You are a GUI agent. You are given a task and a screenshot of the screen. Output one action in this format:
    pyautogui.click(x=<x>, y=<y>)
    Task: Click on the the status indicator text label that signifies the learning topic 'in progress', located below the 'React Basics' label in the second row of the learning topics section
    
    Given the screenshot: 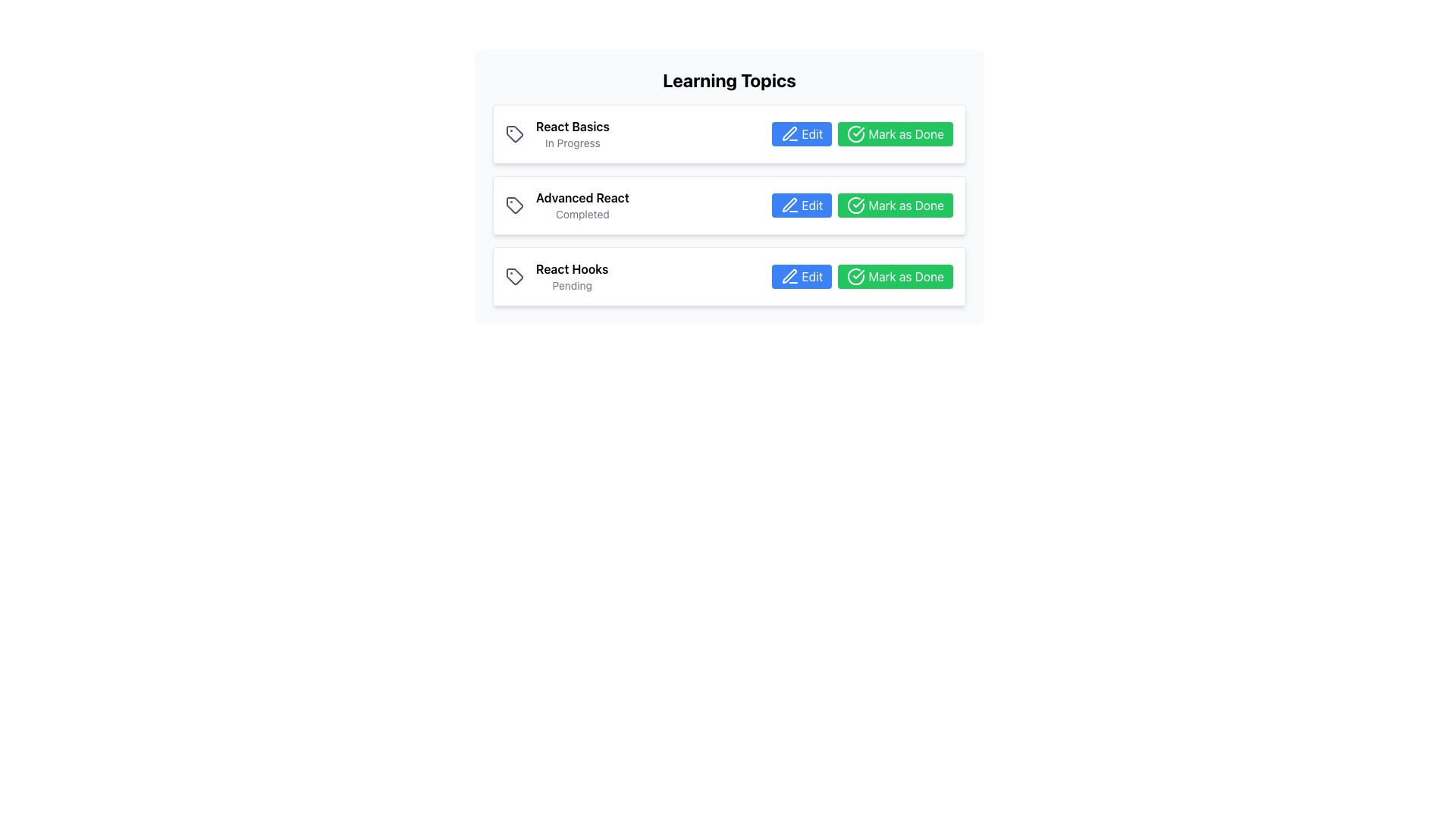 What is the action you would take?
    pyautogui.click(x=572, y=143)
    